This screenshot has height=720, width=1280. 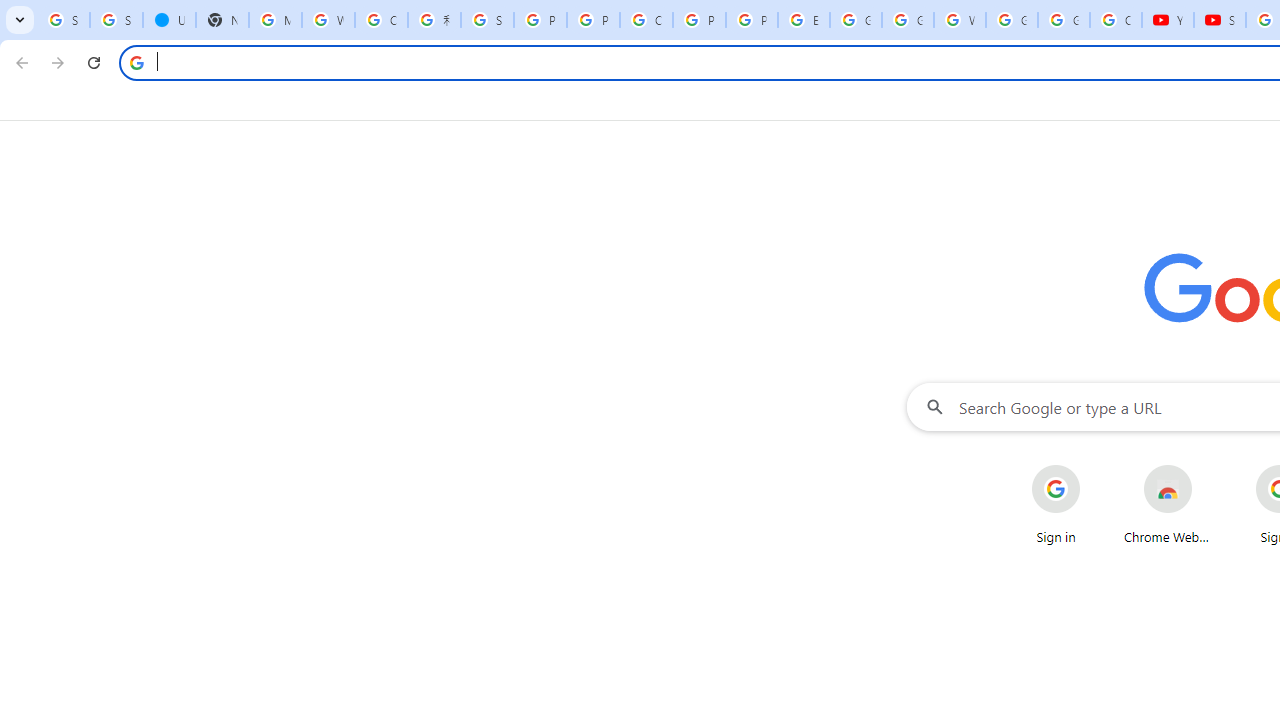 What do you see at coordinates (1094, 466) in the screenshot?
I see `'More actions for Sign in shortcut'` at bounding box center [1094, 466].